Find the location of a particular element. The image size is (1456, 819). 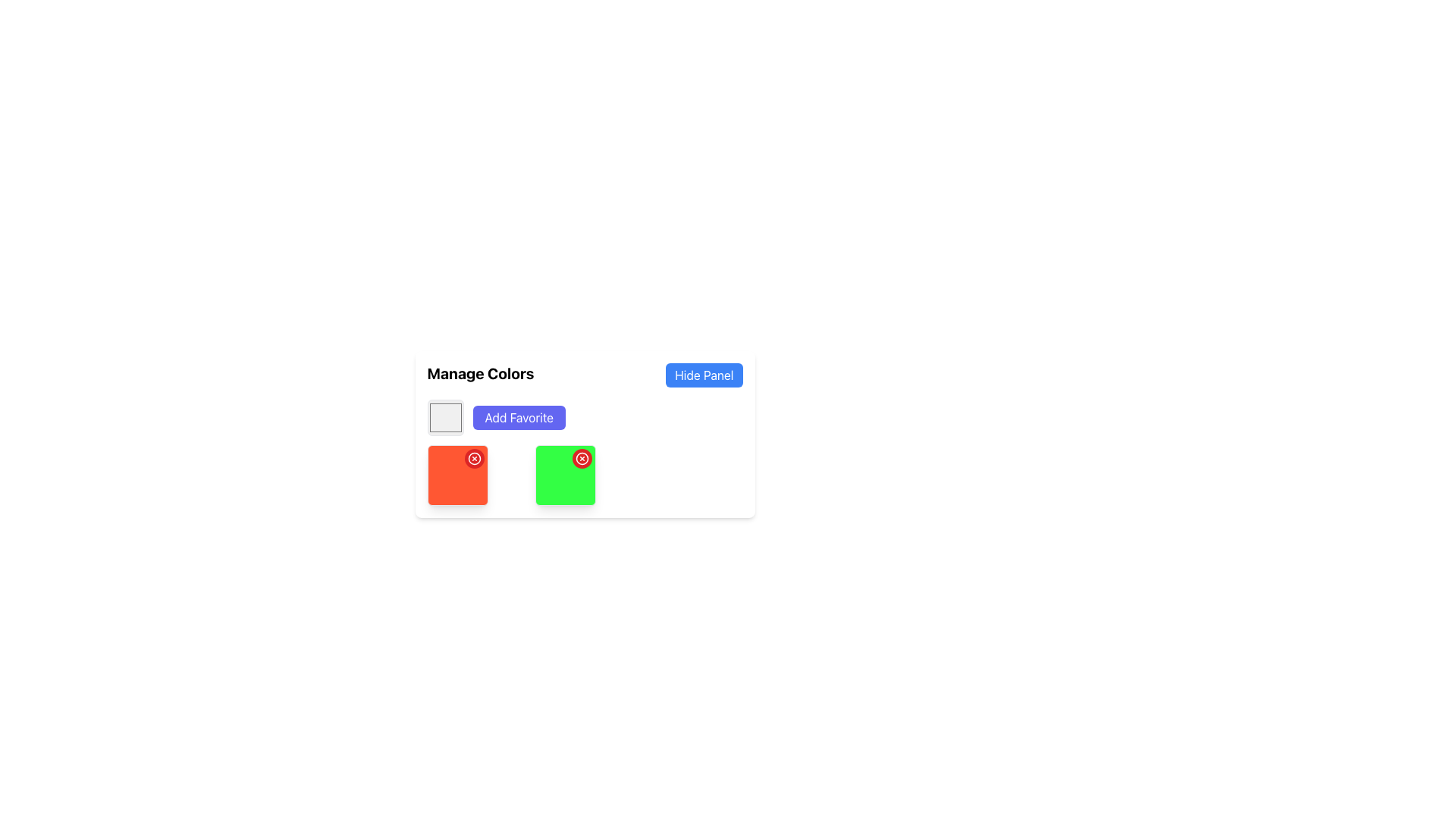

the upper-right corner of the interactive color box with a delete button, which features a small circular red icon with a white cross is located at coordinates (584, 435).